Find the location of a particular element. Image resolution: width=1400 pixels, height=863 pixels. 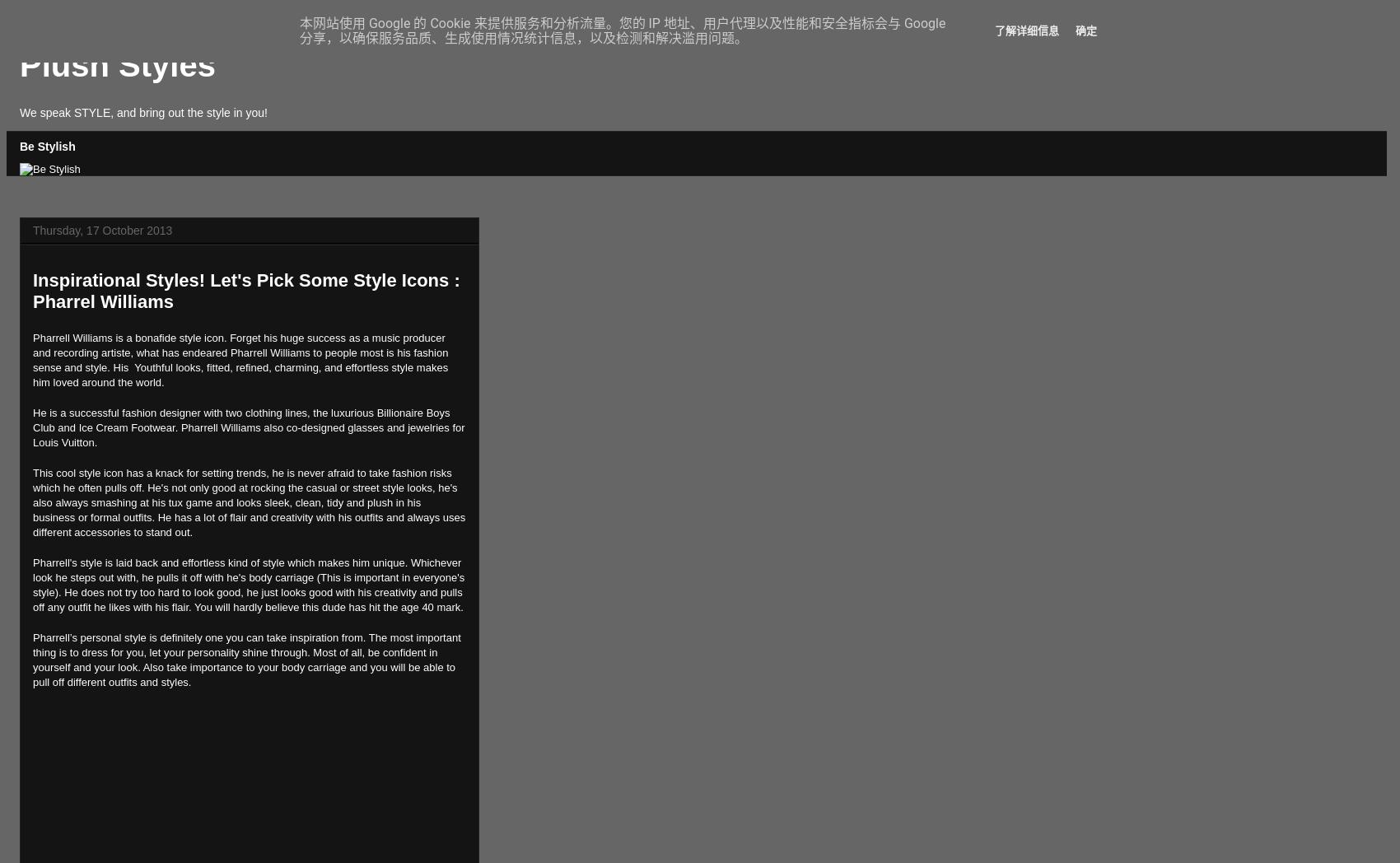

'He is a successful fashion designer with two clothing lines, the luxurious Billionaire Boys Club and Ice Cream Footwear. Pharrell Williams also co-designed glasses and jewelries for Louis Vuitton.' is located at coordinates (248, 427).